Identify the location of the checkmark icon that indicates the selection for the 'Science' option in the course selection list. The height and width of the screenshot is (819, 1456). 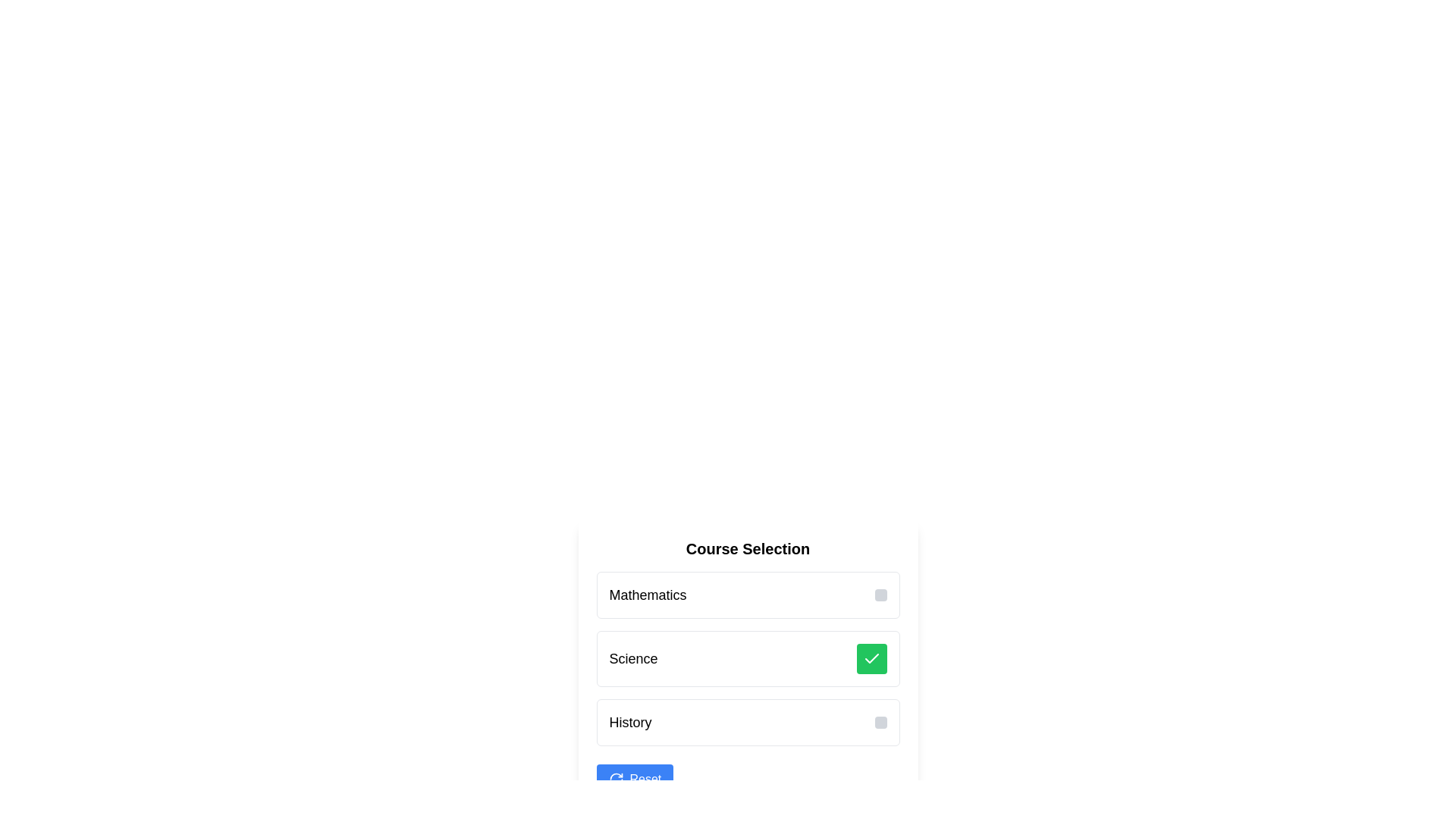
(871, 657).